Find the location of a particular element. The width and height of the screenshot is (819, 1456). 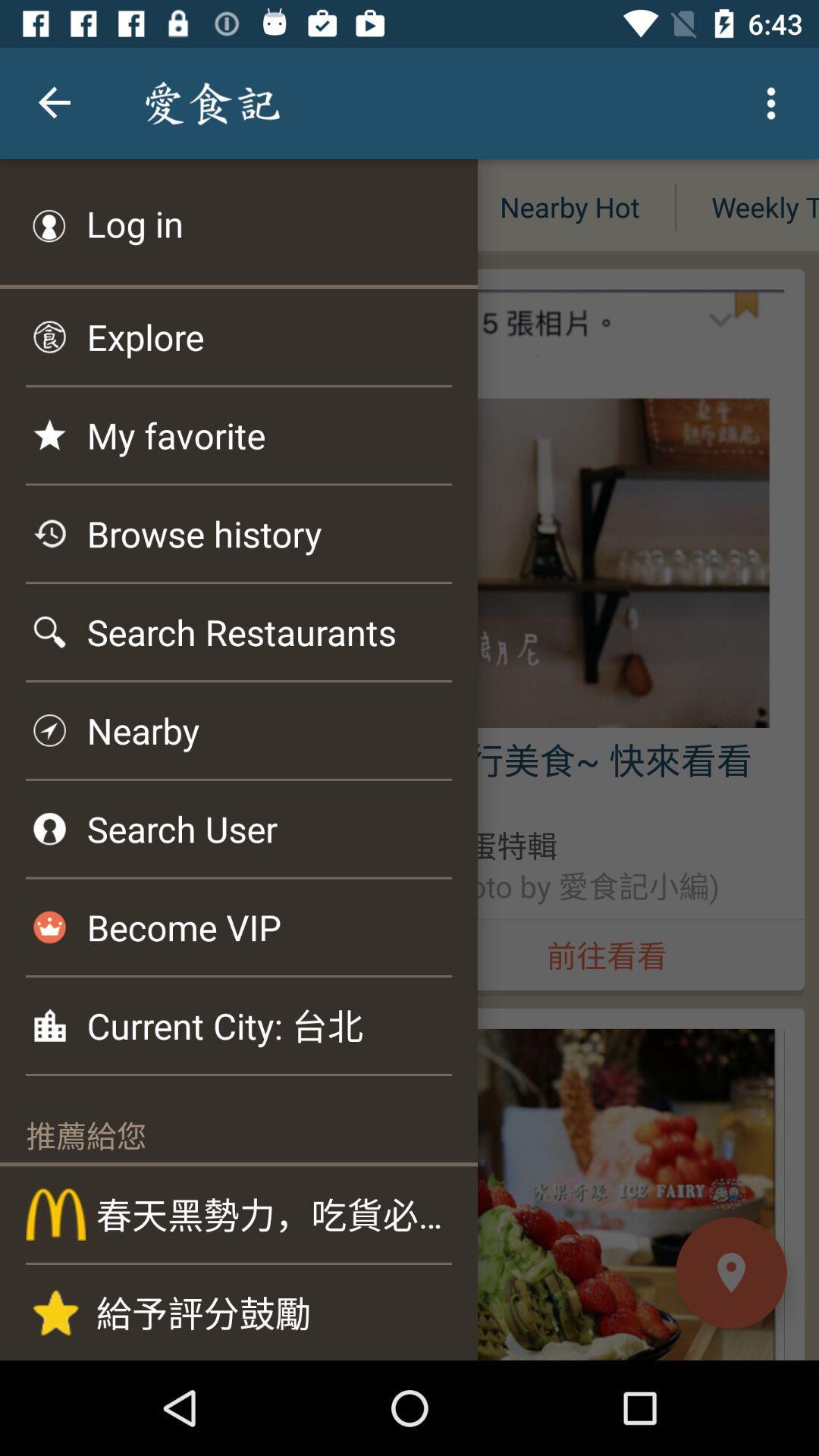

the location icon is located at coordinates (730, 1272).